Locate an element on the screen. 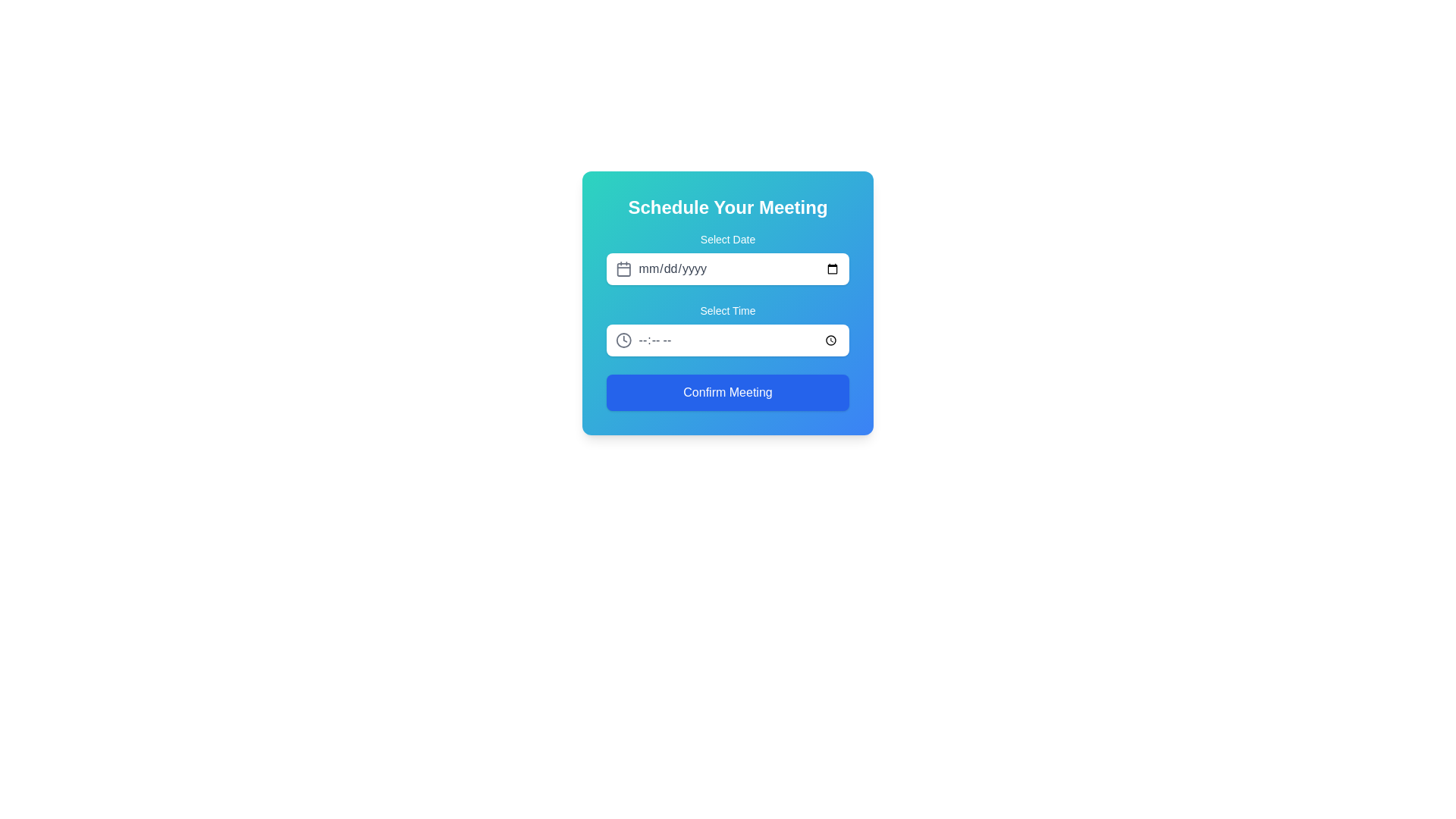  the Time Input Field, which is a rectangular input field with a white background and rounded corners, part of a blue-hued scheduling form, to focus the input is located at coordinates (739, 339).